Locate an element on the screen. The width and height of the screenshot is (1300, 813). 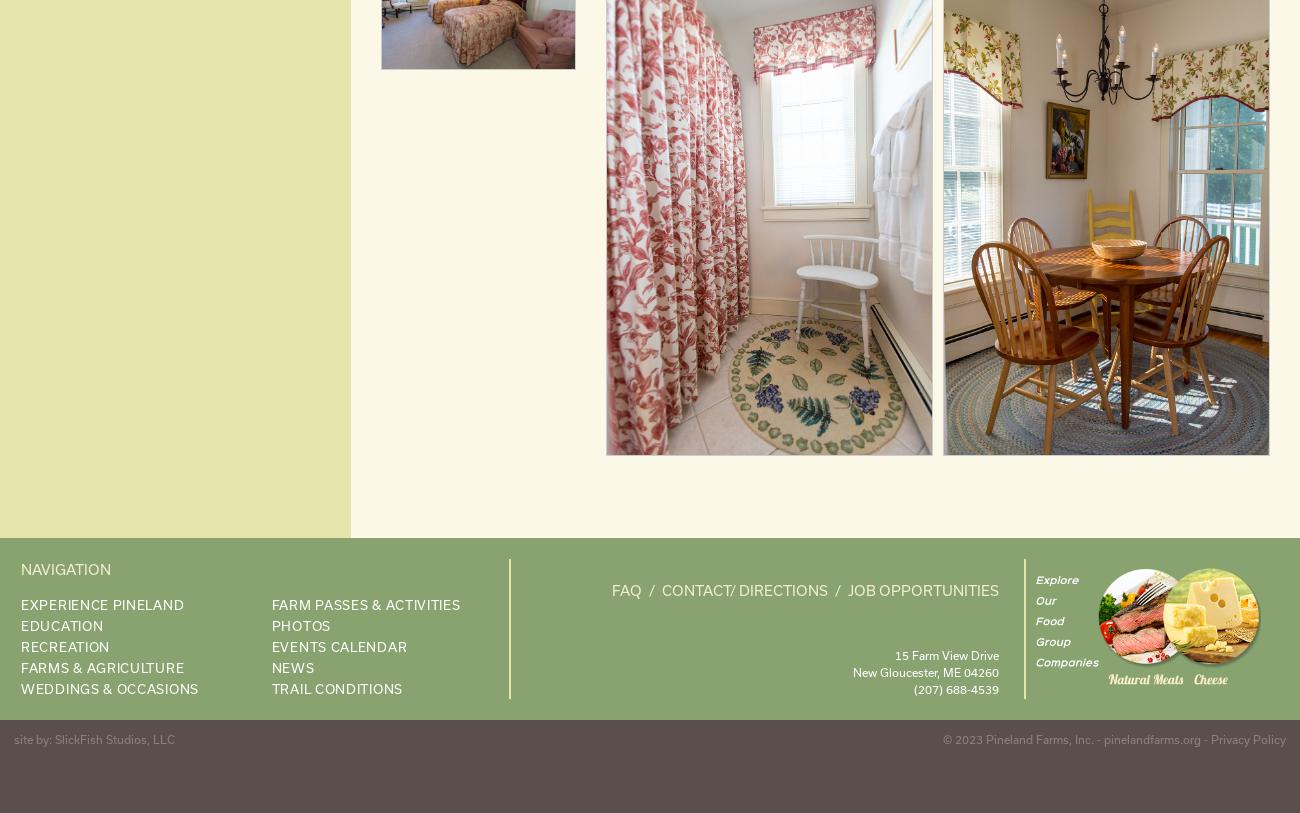
'Photos' is located at coordinates (300, 625).